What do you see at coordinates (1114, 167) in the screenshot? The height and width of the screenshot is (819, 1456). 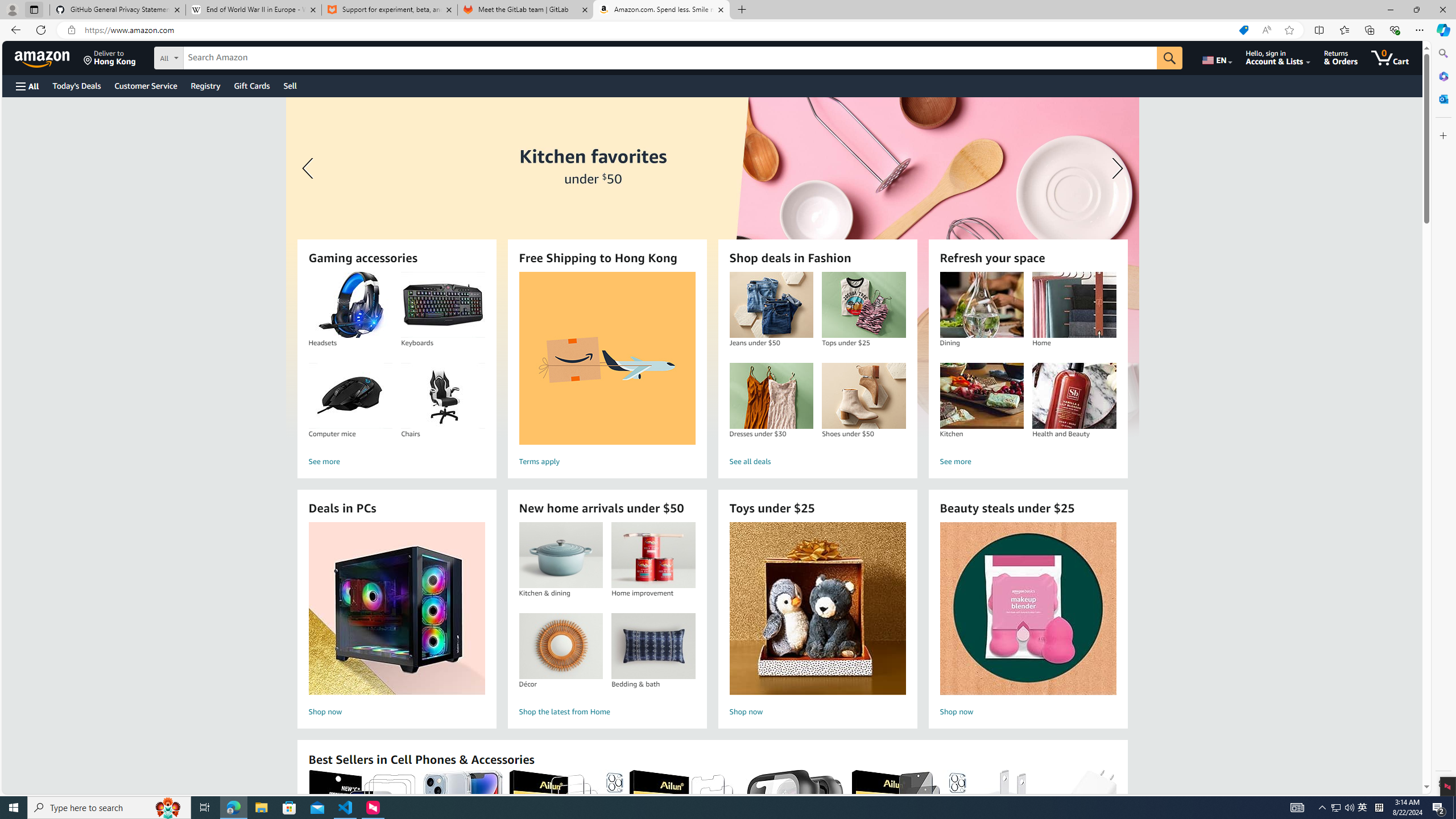 I see `'Next slide'` at bounding box center [1114, 167].